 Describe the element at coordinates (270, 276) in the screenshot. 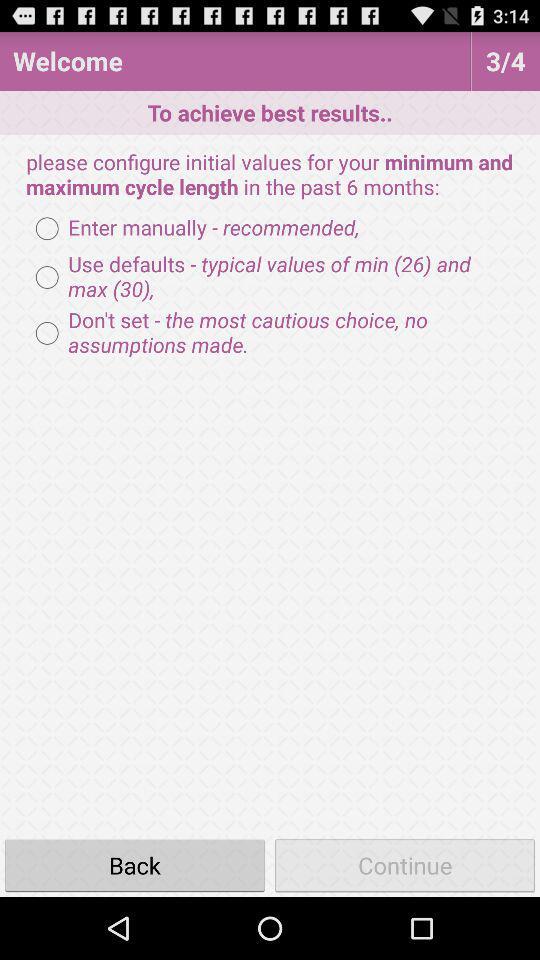

I see `radio button below enter manually - recommended, icon` at that location.